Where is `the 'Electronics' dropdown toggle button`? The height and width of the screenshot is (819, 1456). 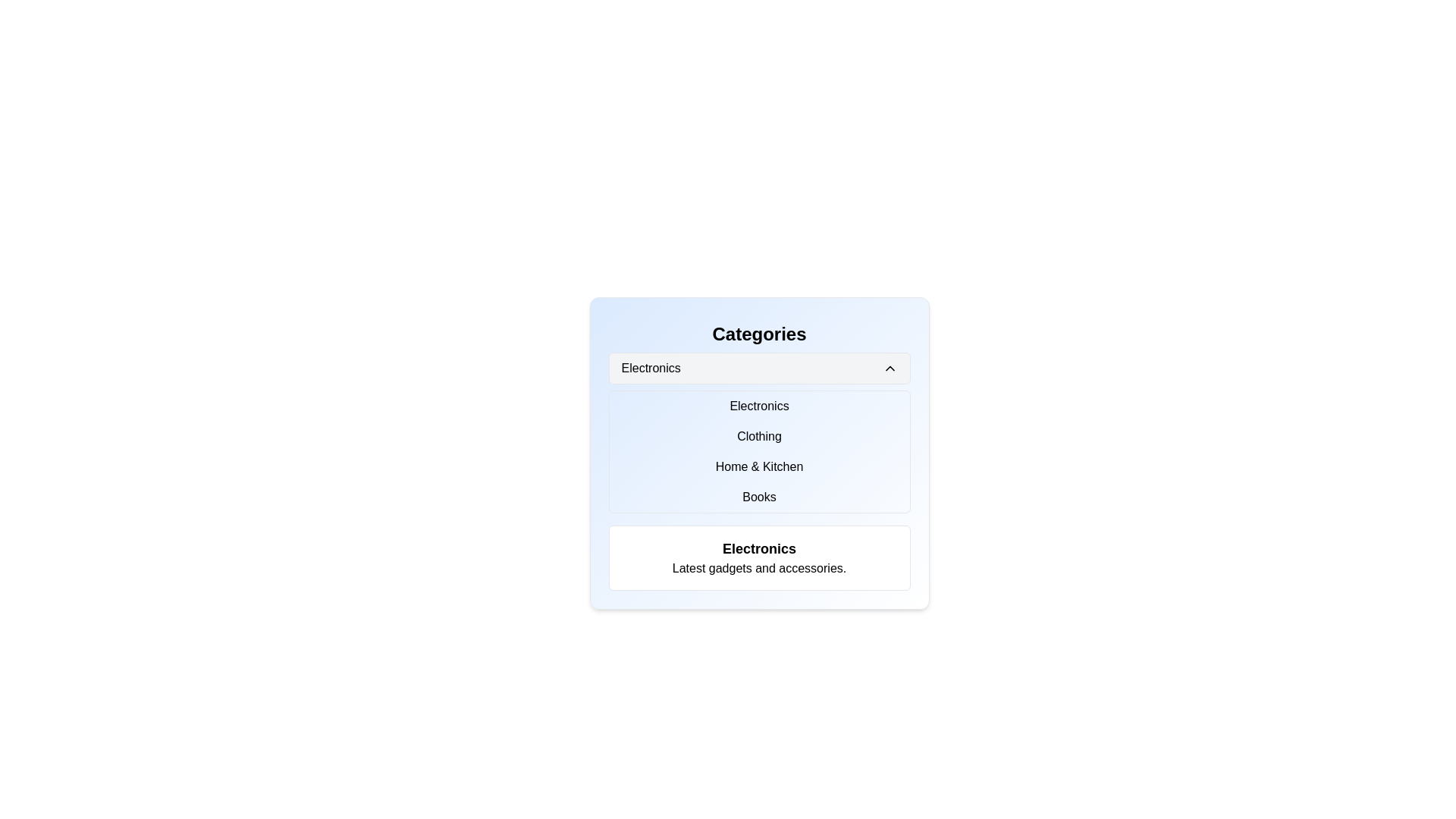 the 'Electronics' dropdown toggle button is located at coordinates (759, 369).